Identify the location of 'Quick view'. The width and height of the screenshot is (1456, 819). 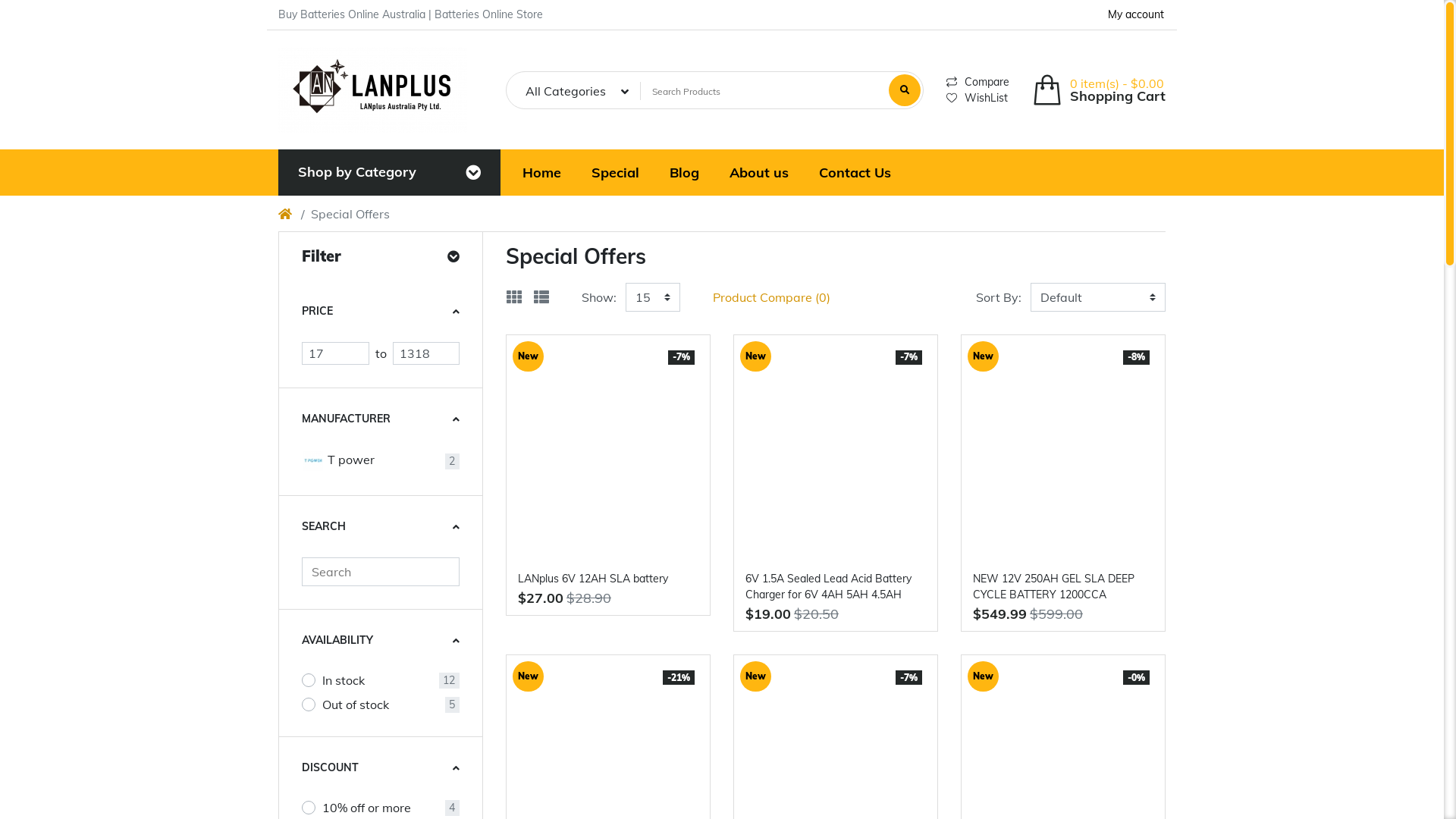
(1062, 320).